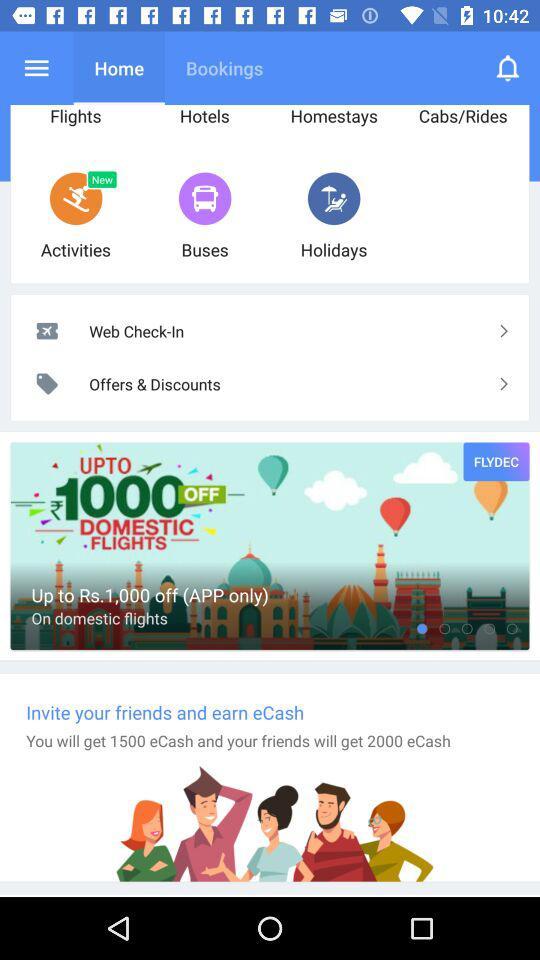 This screenshot has height=960, width=540. Describe the element at coordinates (421, 627) in the screenshot. I see `the icon to the right of the on domestic flights item` at that location.